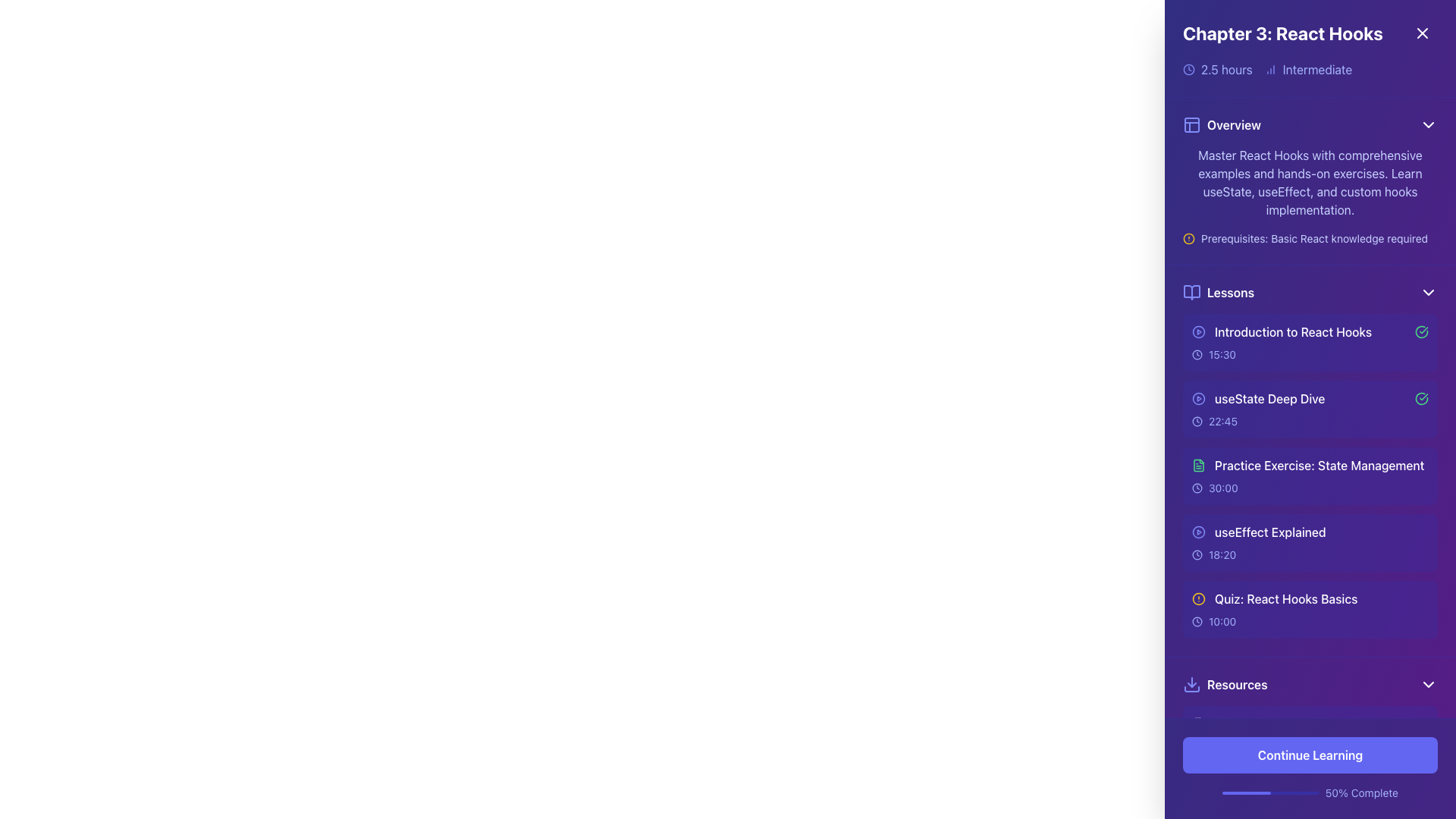 The width and height of the screenshot is (1456, 819). What do you see at coordinates (1310, 33) in the screenshot?
I see `the text header displaying 'Chapter 3: React Hooks', which is styled in bold and large font and positioned above the summary section` at bounding box center [1310, 33].